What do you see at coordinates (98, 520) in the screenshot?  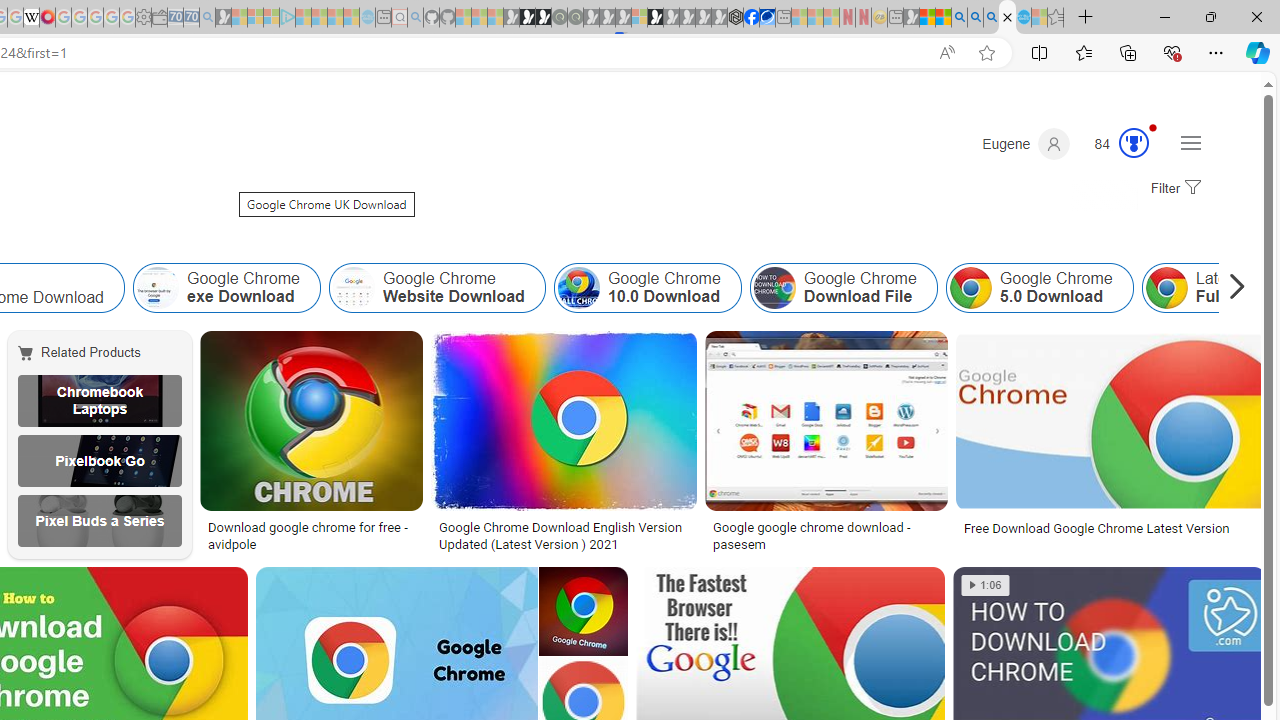 I see `'Pixel Buds a Series'` at bounding box center [98, 520].